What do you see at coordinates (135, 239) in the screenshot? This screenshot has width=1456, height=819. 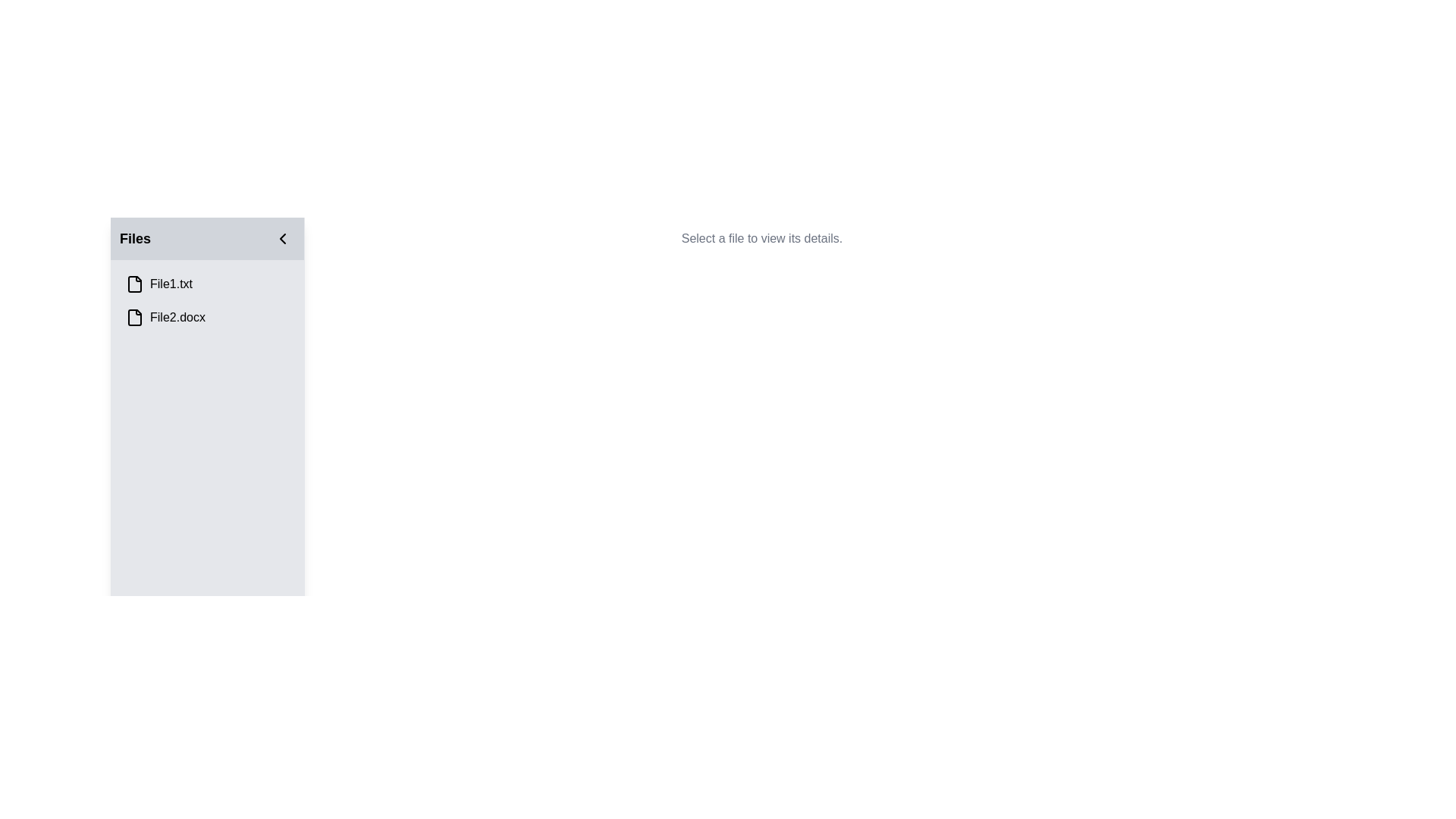 I see `the text label indicating content related to files, located in the top-left corner of the gray panel area, to the left of an arrow icon` at bounding box center [135, 239].